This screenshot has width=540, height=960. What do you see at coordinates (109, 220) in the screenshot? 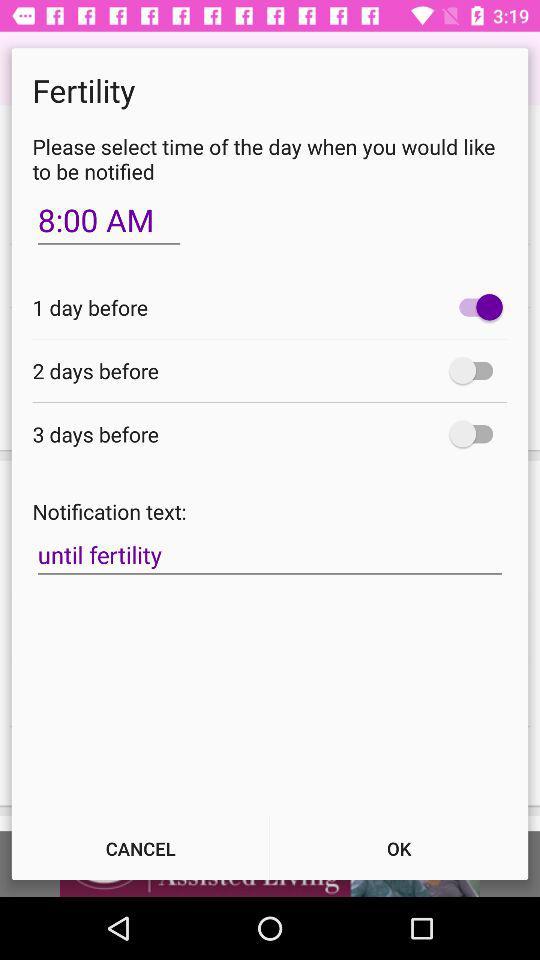
I see `the item below please select time` at bounding box center [109, 220].